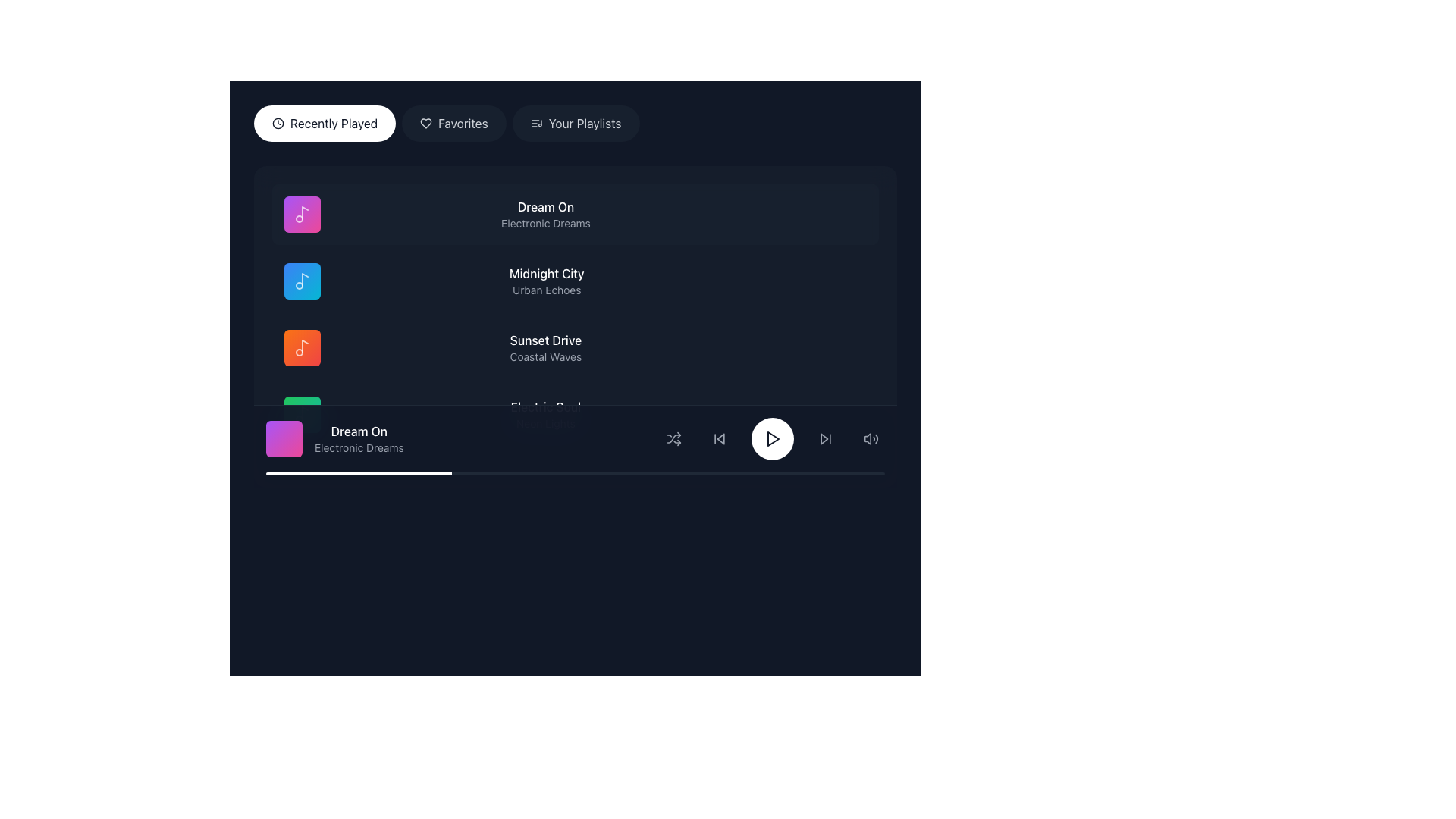  What do you see at coordinates (278, 122) in the screenshot?
I see `the compact circular clock icon with a thin border located to the left of the 'Recently Played' text in the white rounded rectangular navigation tab` at bounding box center [278, 122].